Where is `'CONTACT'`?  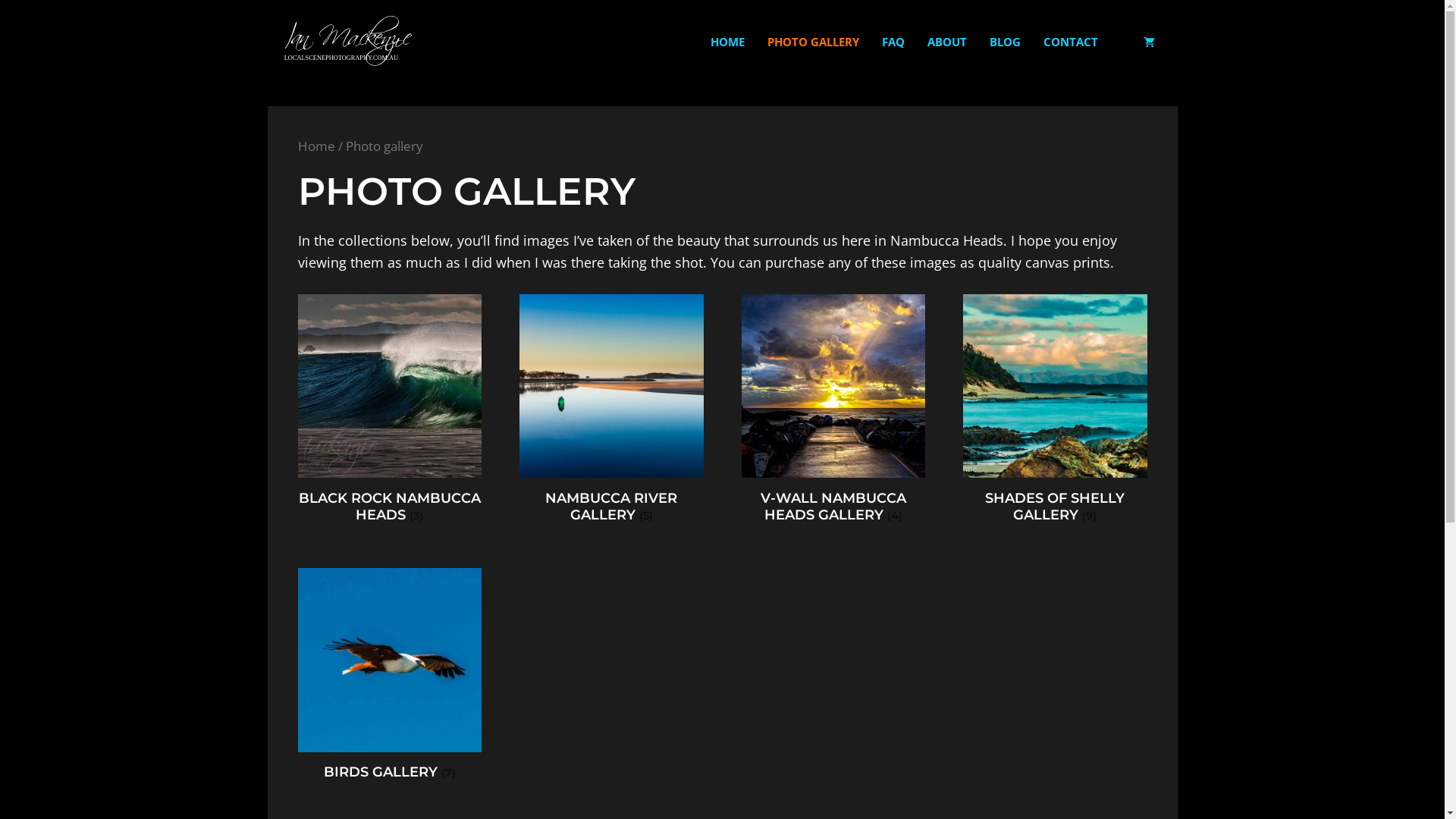
'CONTACT' is located at coordinates (1031, 40).